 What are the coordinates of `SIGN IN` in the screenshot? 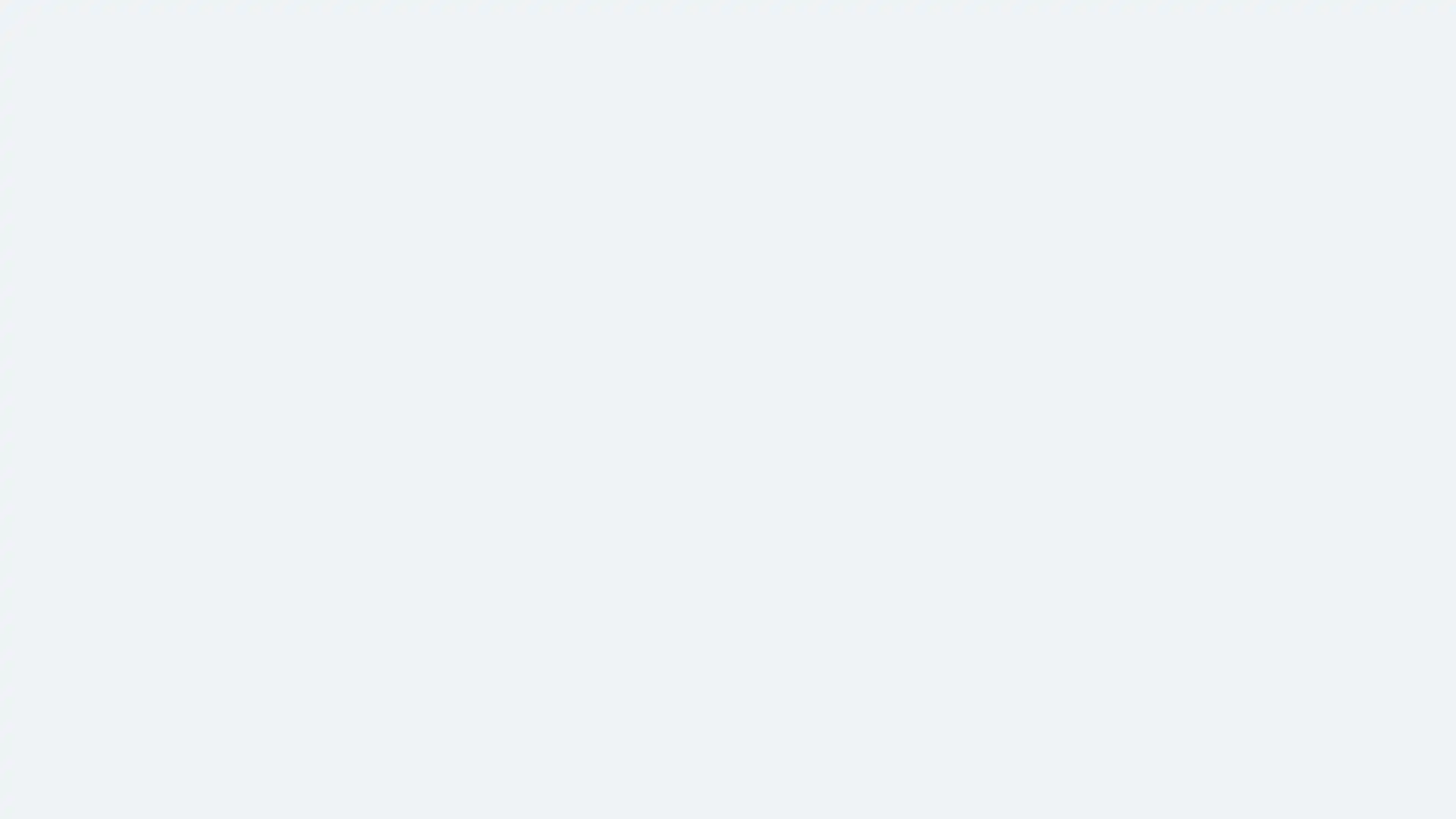 It's located at (460, 486).